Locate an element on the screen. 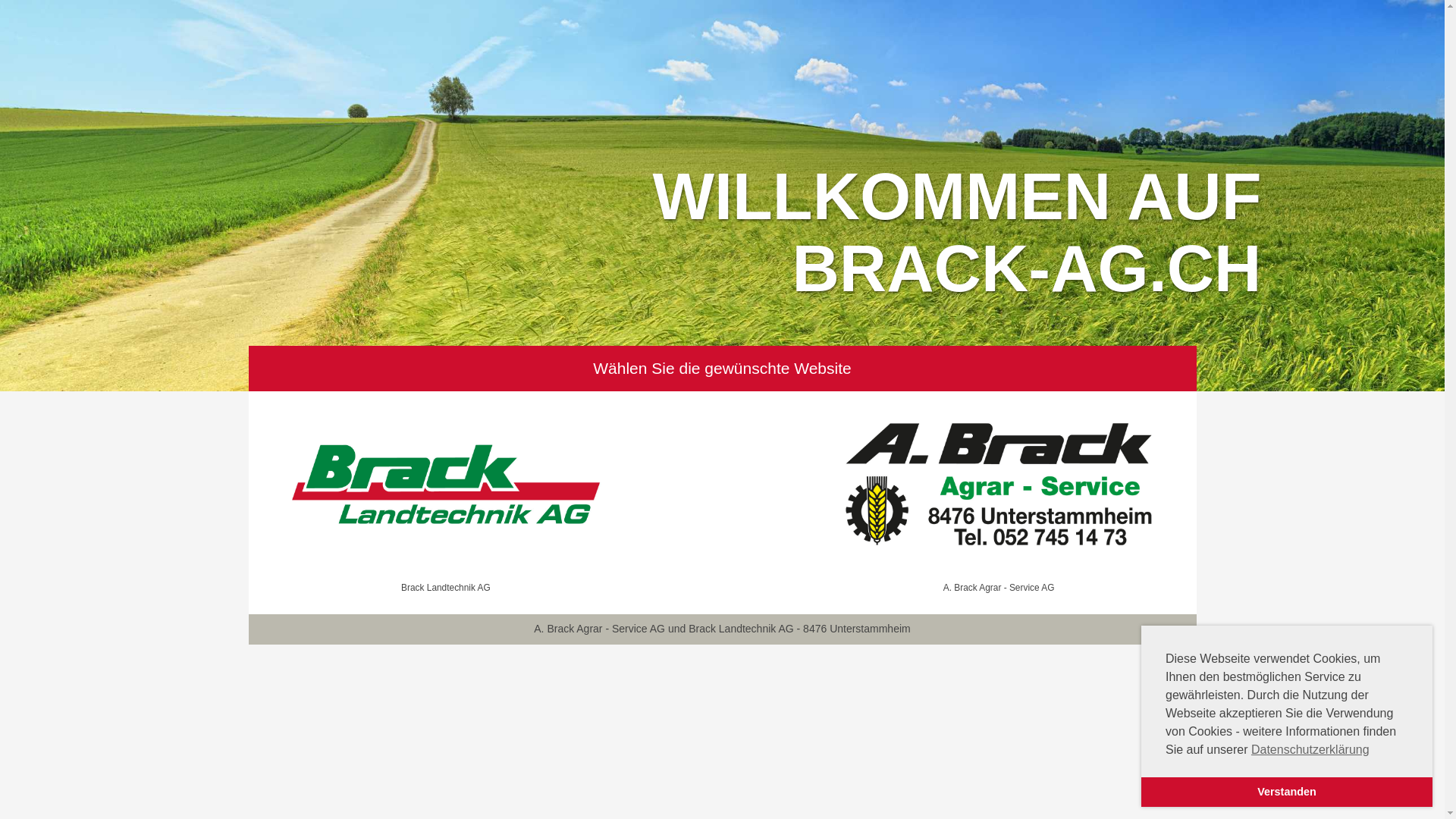  'A. Brack Agrar - Service AG' is located at coordinates (999, 494).